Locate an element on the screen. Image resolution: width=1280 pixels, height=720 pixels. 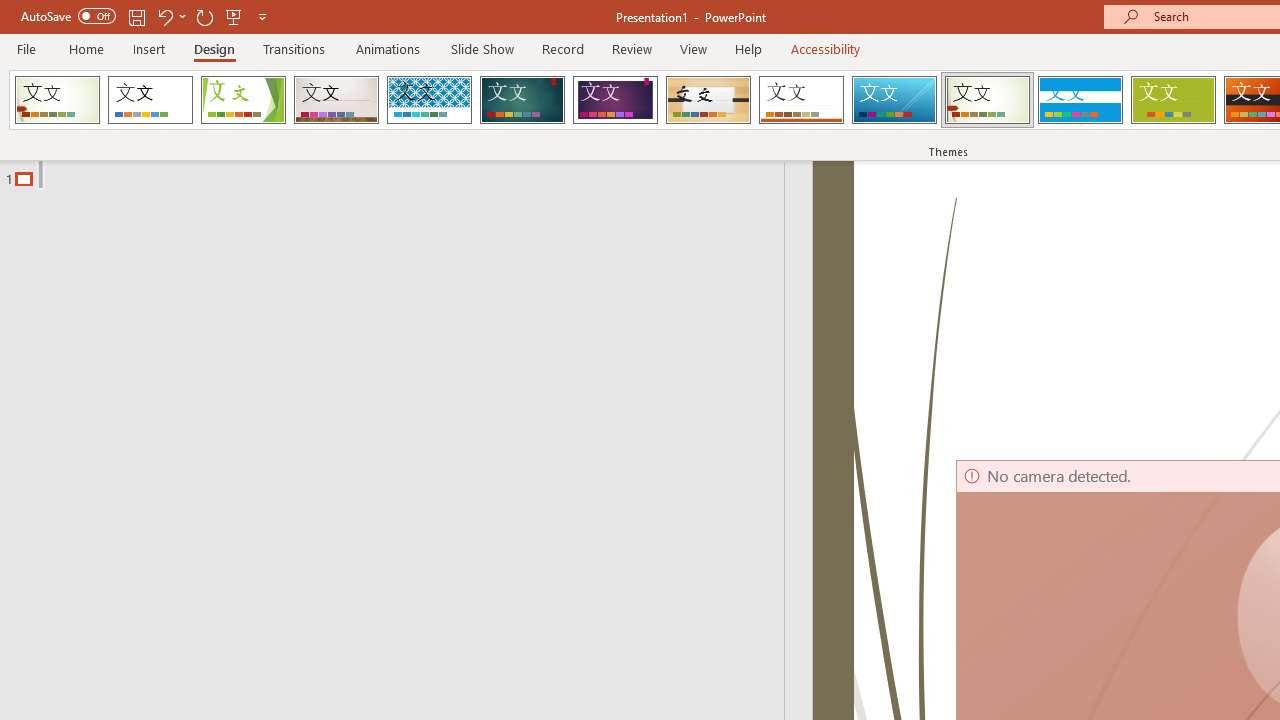
'Wisp' is located at coordinates (987, 100).